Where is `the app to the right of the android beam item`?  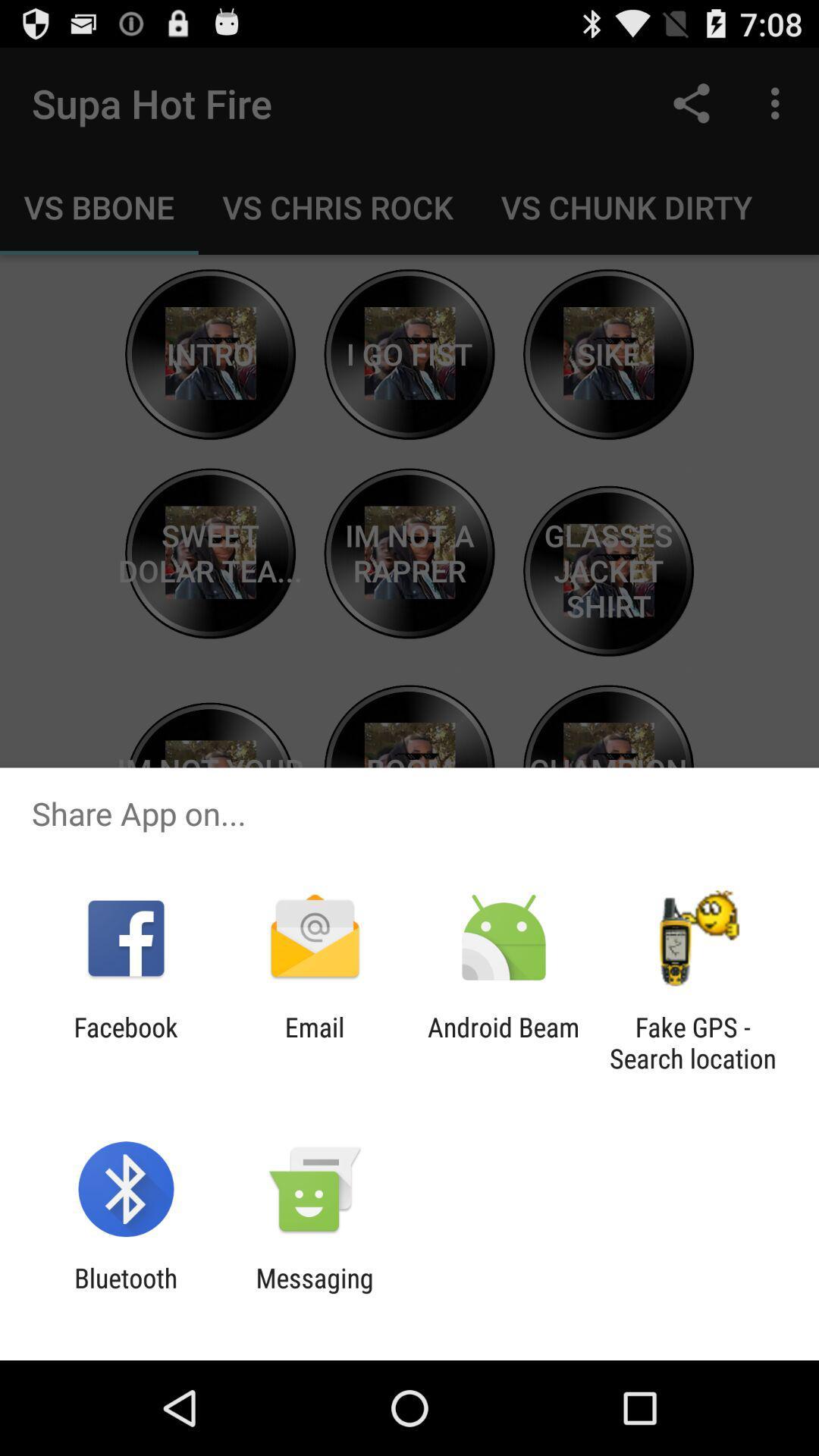 the app to the right of the android beam item is located at coordinates (692, 1042).